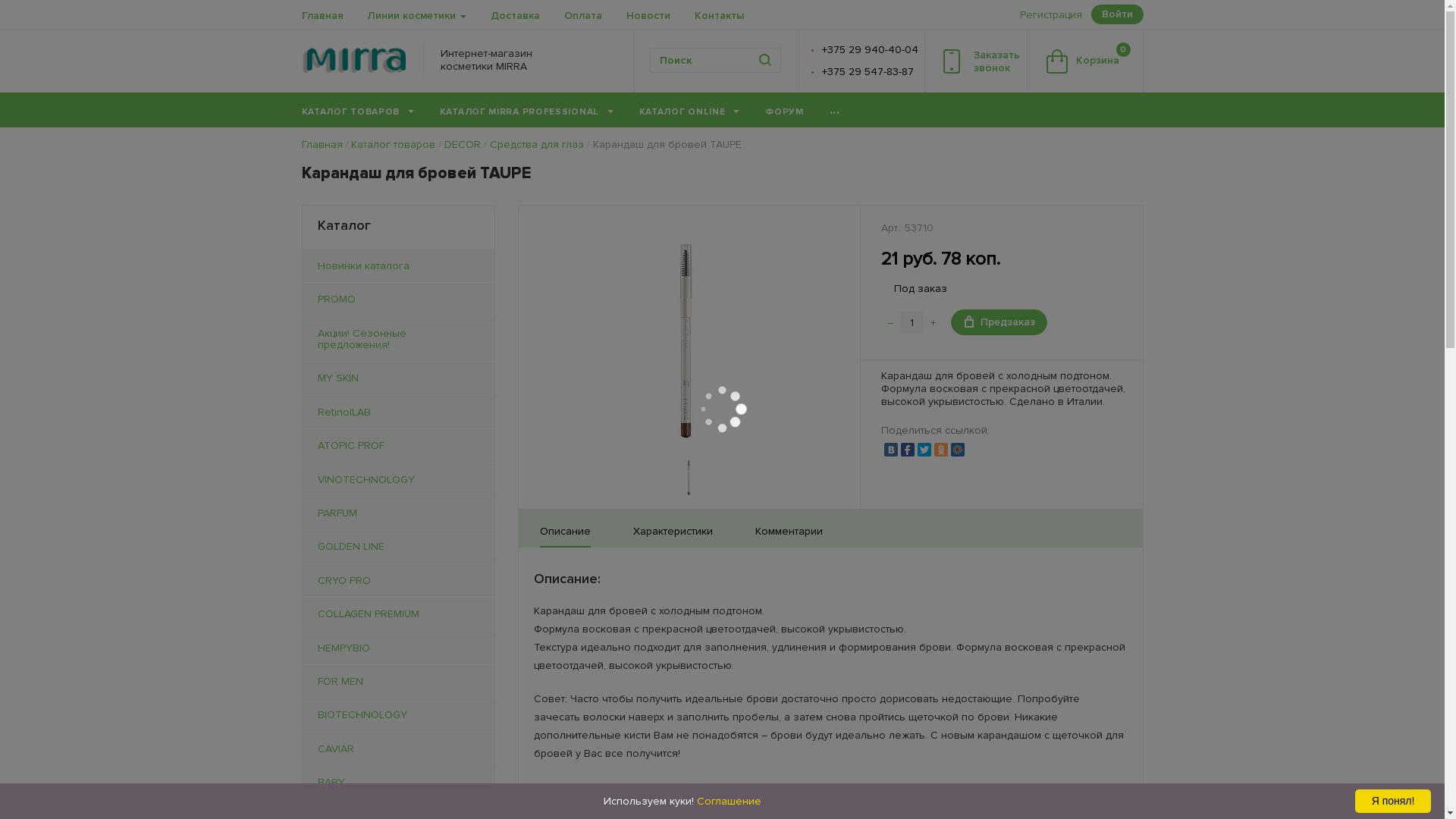 The width and height of the screenshot is (1456, 819). What do you see at coordinates (397, 512) in the screenshot?
I see `'PARFUM'` at bounding box center [397, 512].